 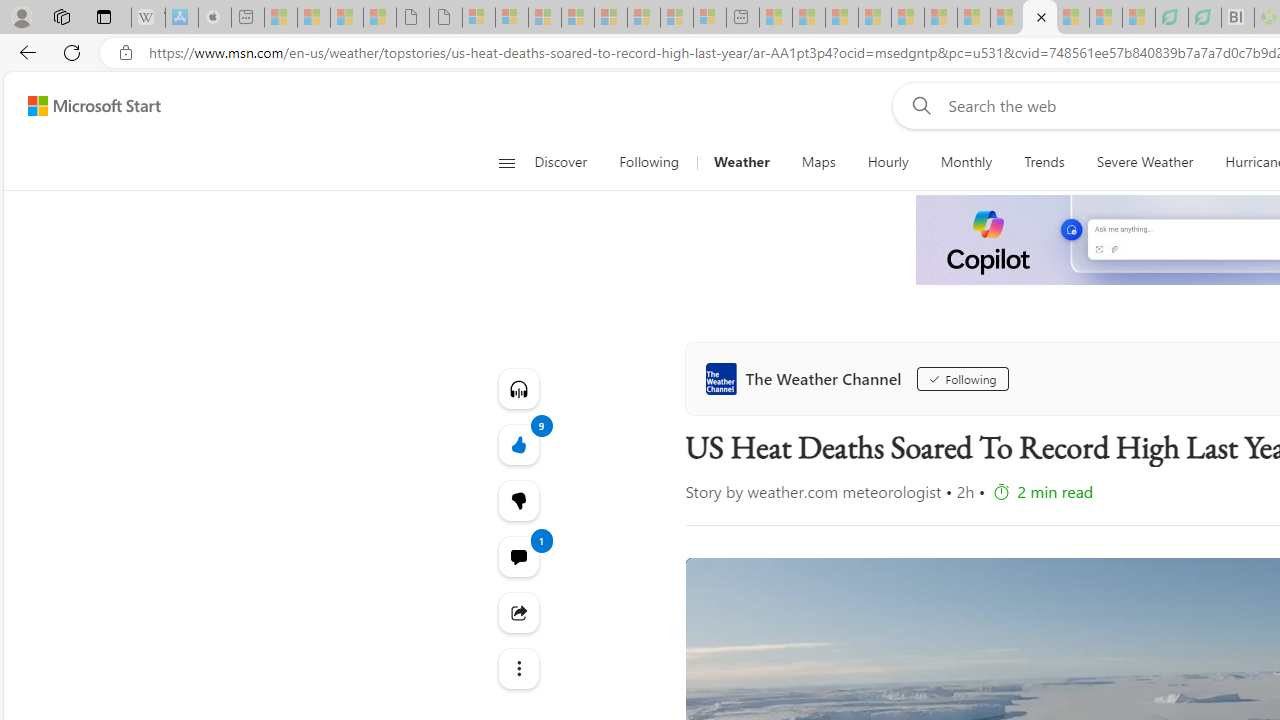 What do you see at coordinates (518, 443) in the screenshot?
I see `'9 Like'` at bounding box center [518, 443].